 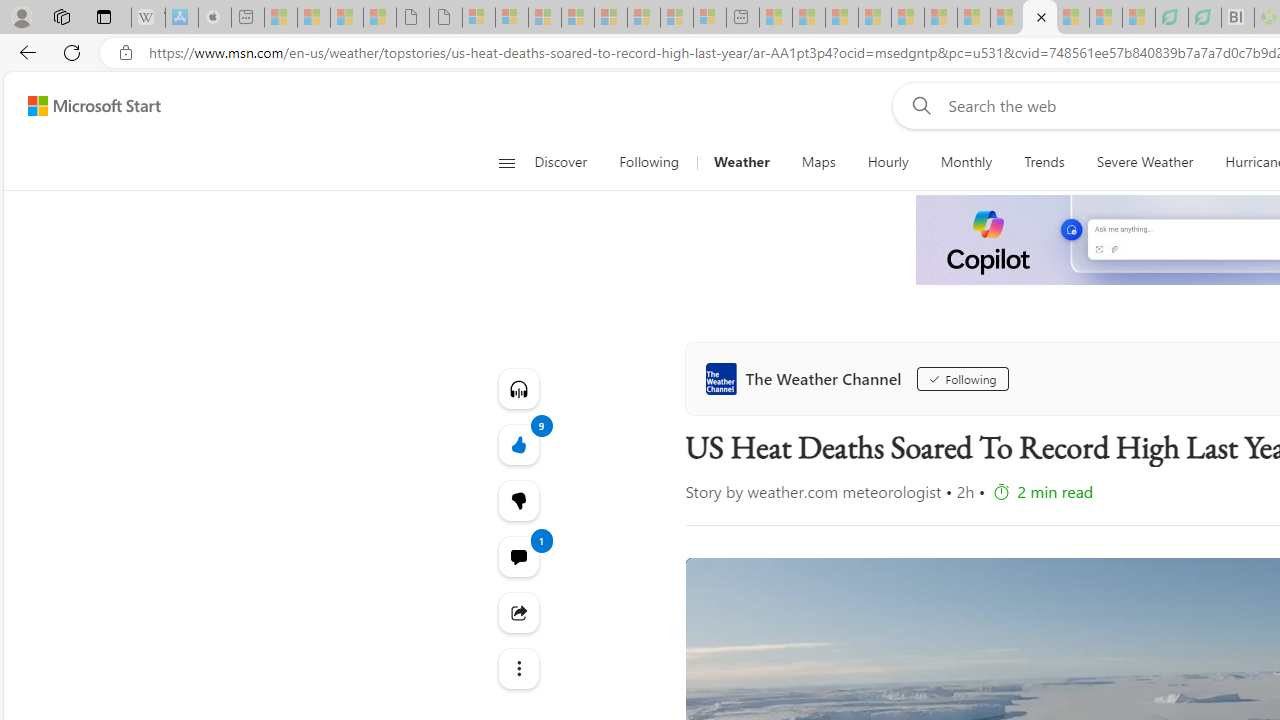 What do you see at coordinates (518, 443) in the screenshot?
I see `'9 Like'` at bounding box center [518, 443].